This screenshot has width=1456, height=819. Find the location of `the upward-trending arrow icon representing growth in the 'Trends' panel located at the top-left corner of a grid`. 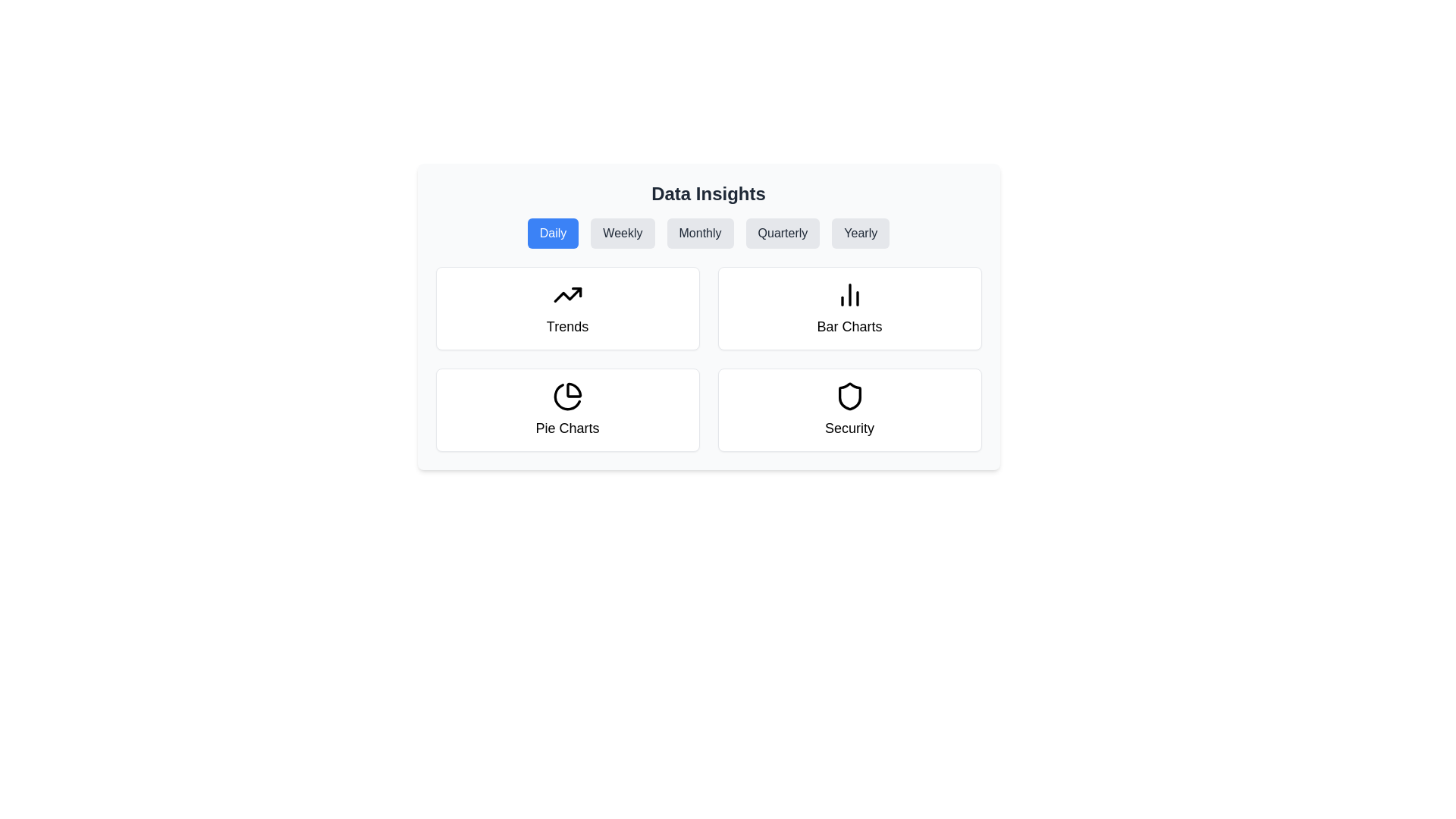

the upward-trending arrow icon representing growth in the 'Trends' panel located at the top-left corner of a grid is located at coordinates (566, 295).